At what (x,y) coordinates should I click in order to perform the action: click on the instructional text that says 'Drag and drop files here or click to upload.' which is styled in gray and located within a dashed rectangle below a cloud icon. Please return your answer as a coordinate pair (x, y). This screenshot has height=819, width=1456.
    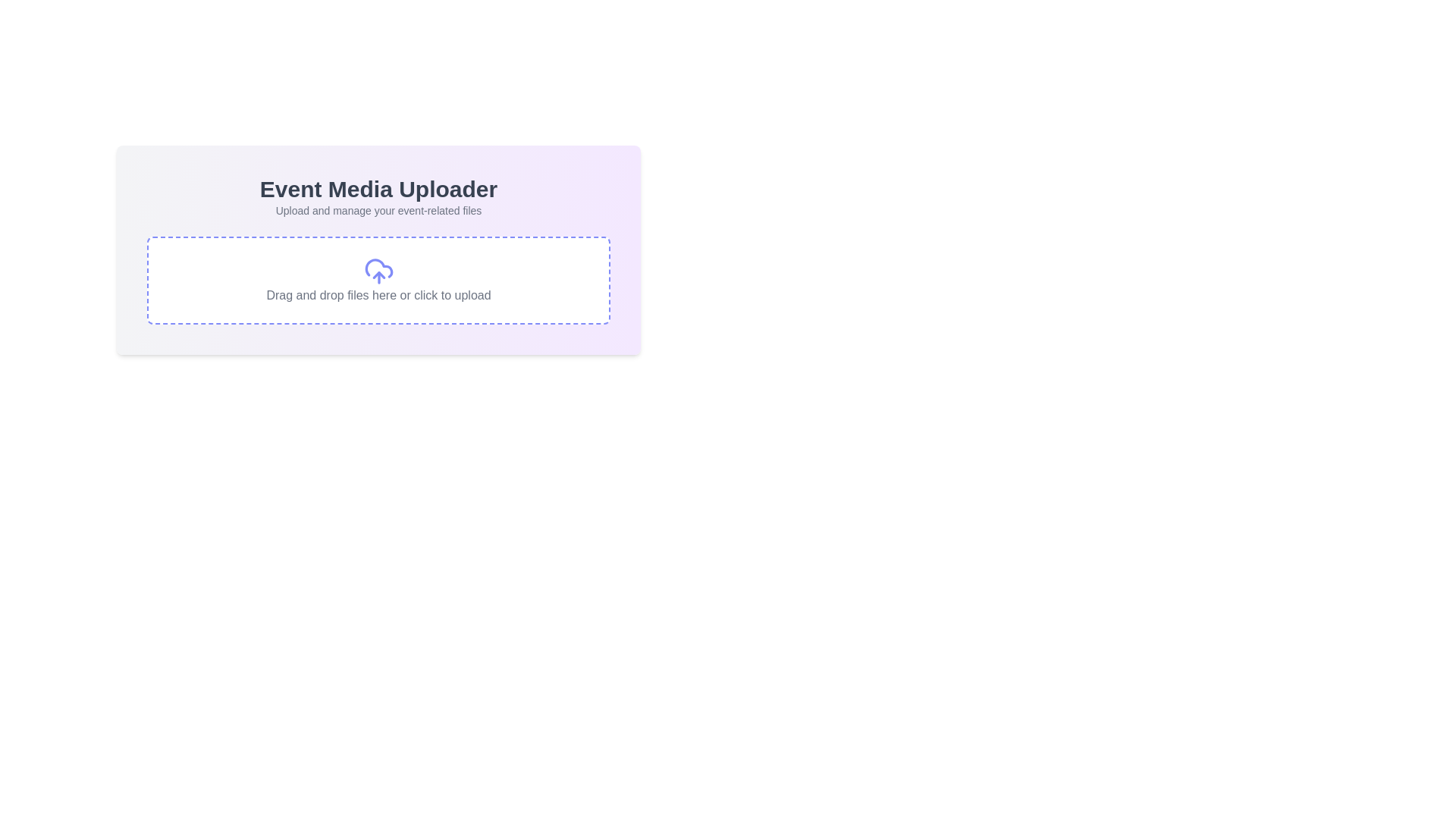
    Looking at the image, I should click on (378, 295).